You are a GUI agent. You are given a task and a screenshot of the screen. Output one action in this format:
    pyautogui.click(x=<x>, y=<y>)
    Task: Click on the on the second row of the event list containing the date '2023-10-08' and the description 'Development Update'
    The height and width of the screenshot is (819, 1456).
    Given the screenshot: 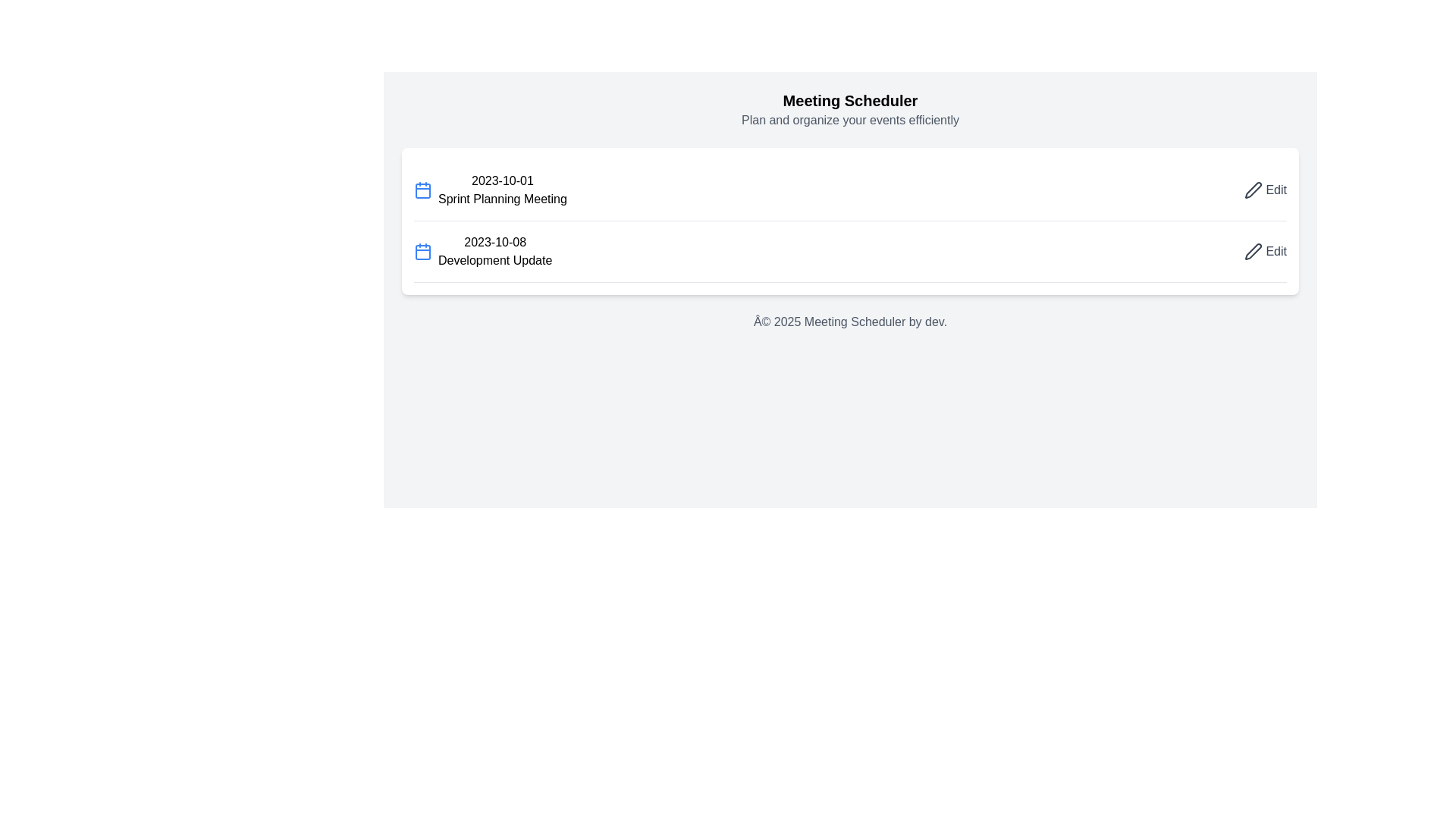 What is the action you would take?
    pyautogui.click(x=850, y=251)
    